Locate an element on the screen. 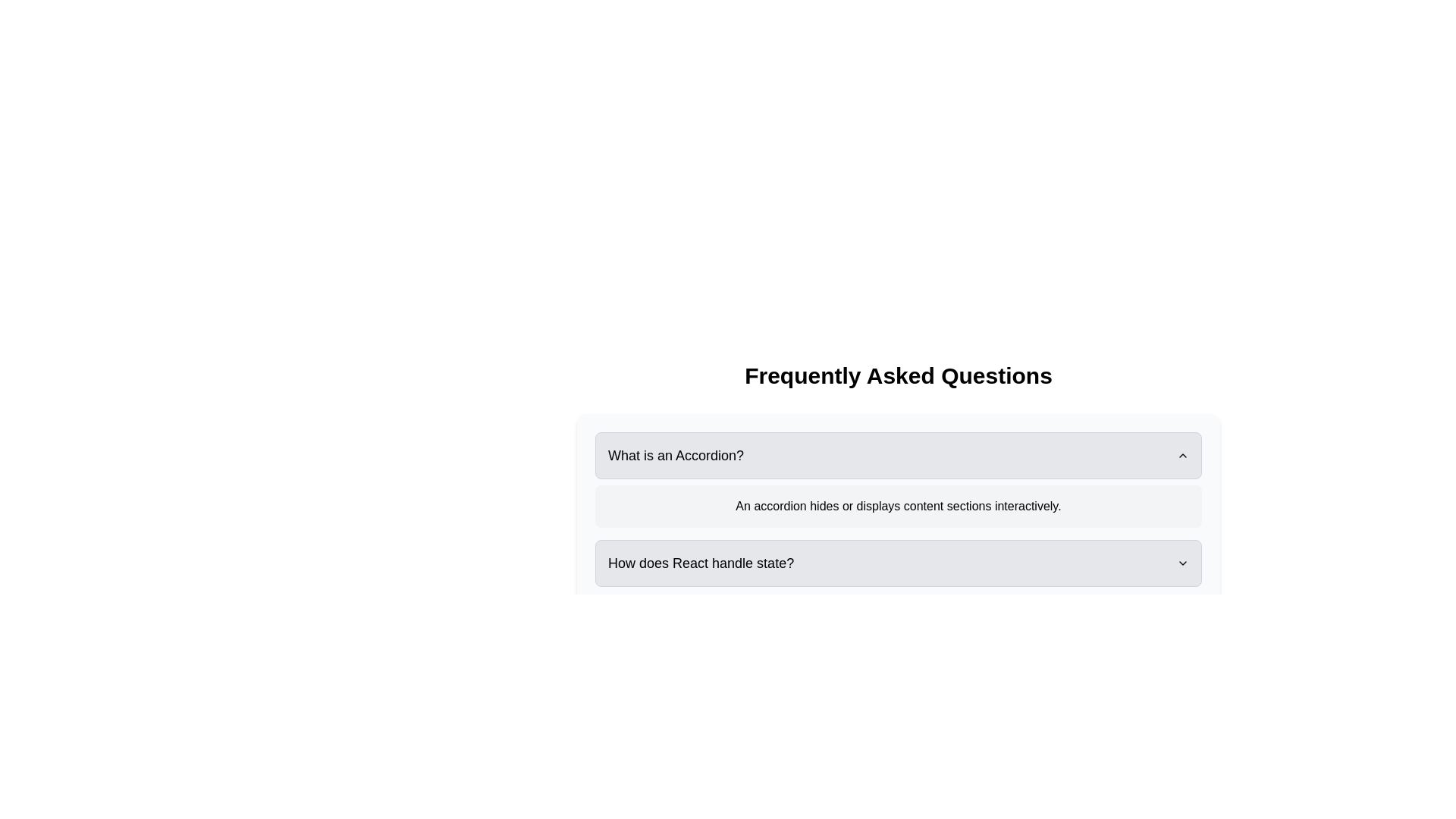 The height and width of the screenshot is (819, 1456). the interactive accordion item labeled 'How does React handle state?' is located at coordinates (899, 544).